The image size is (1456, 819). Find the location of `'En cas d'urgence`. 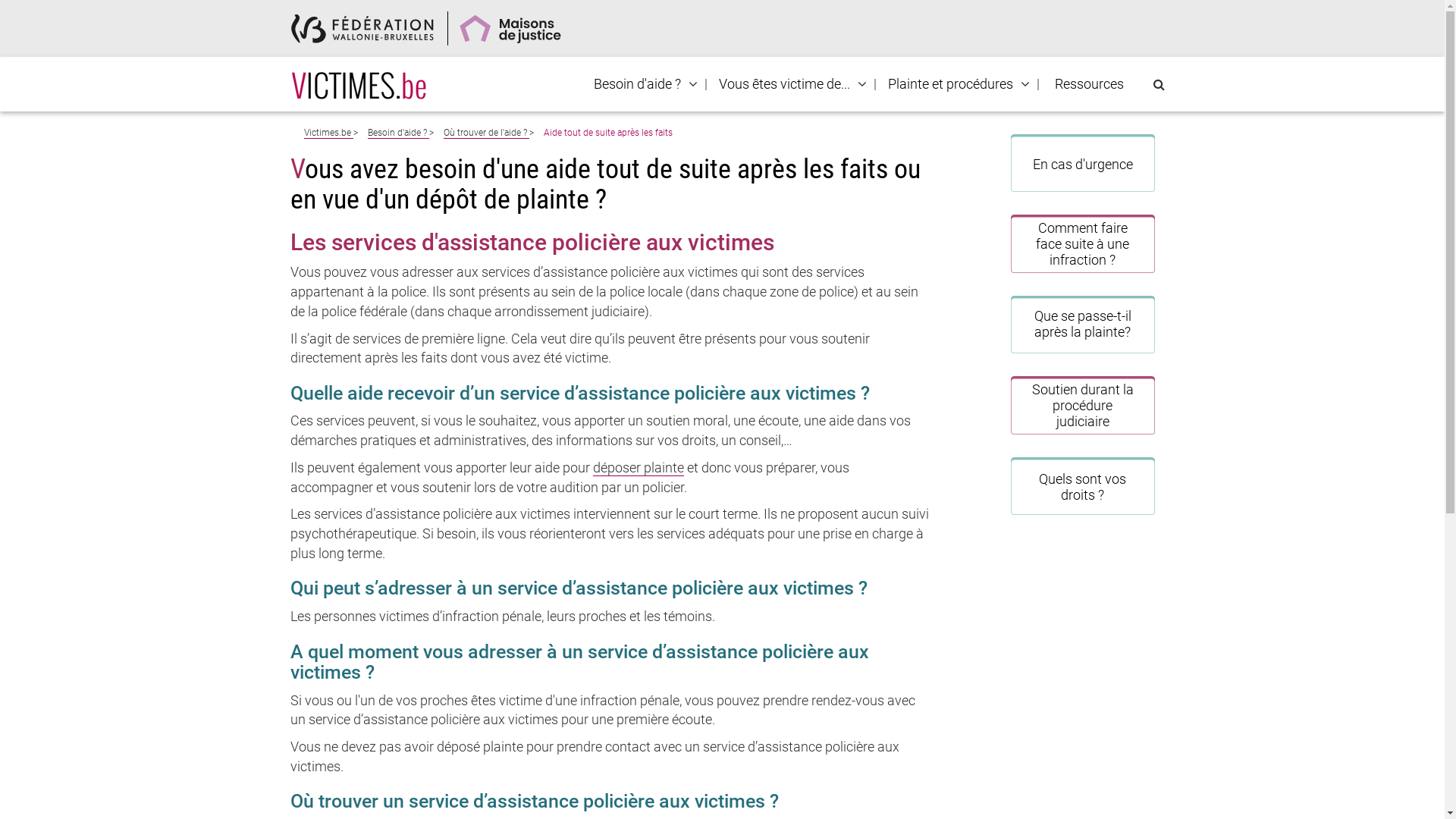

'En cas d'urgence is located at coordinates (1081, 163).